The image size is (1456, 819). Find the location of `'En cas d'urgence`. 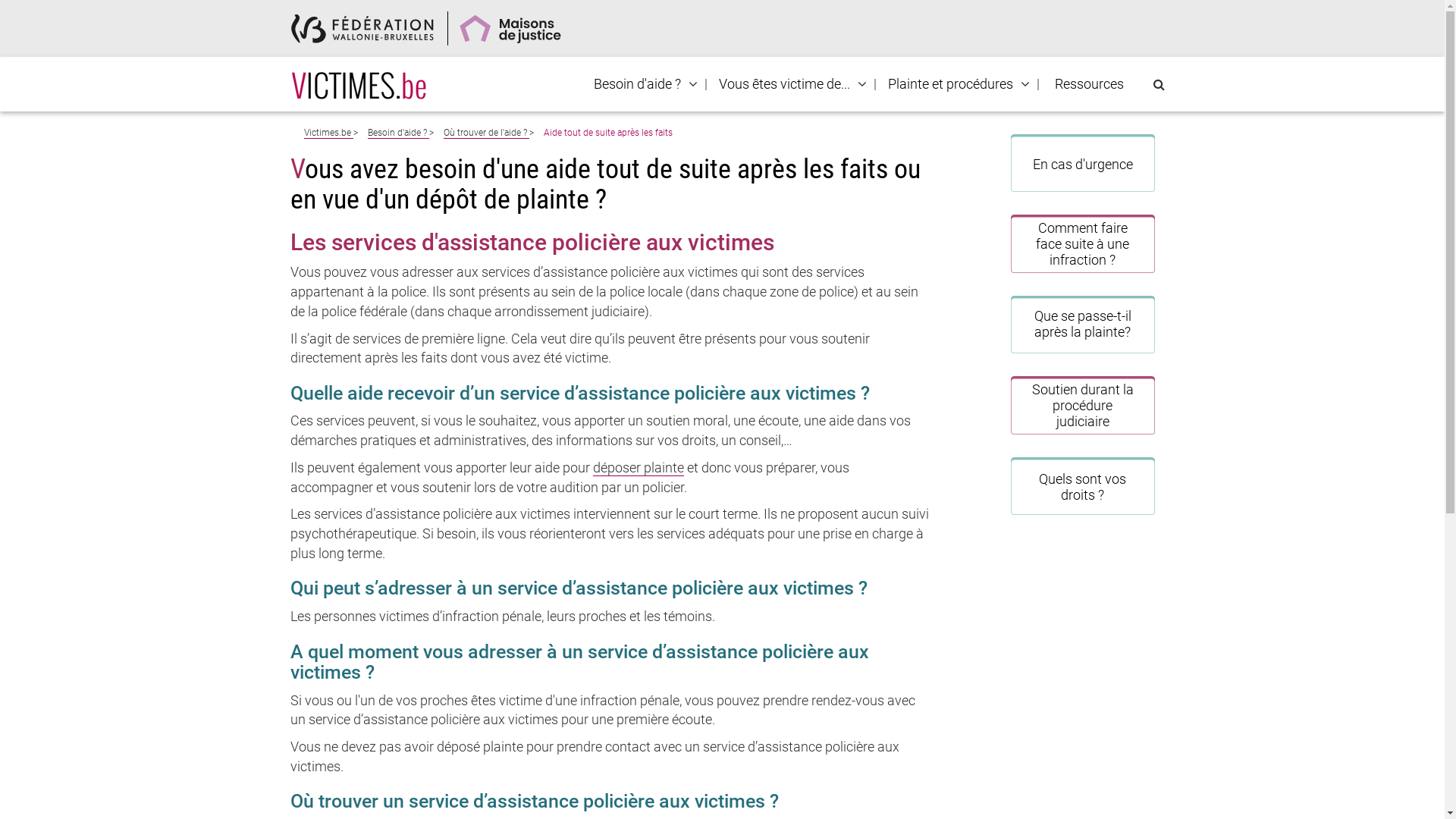

'En cas d'urgence is located at coordinates (1081, 163).